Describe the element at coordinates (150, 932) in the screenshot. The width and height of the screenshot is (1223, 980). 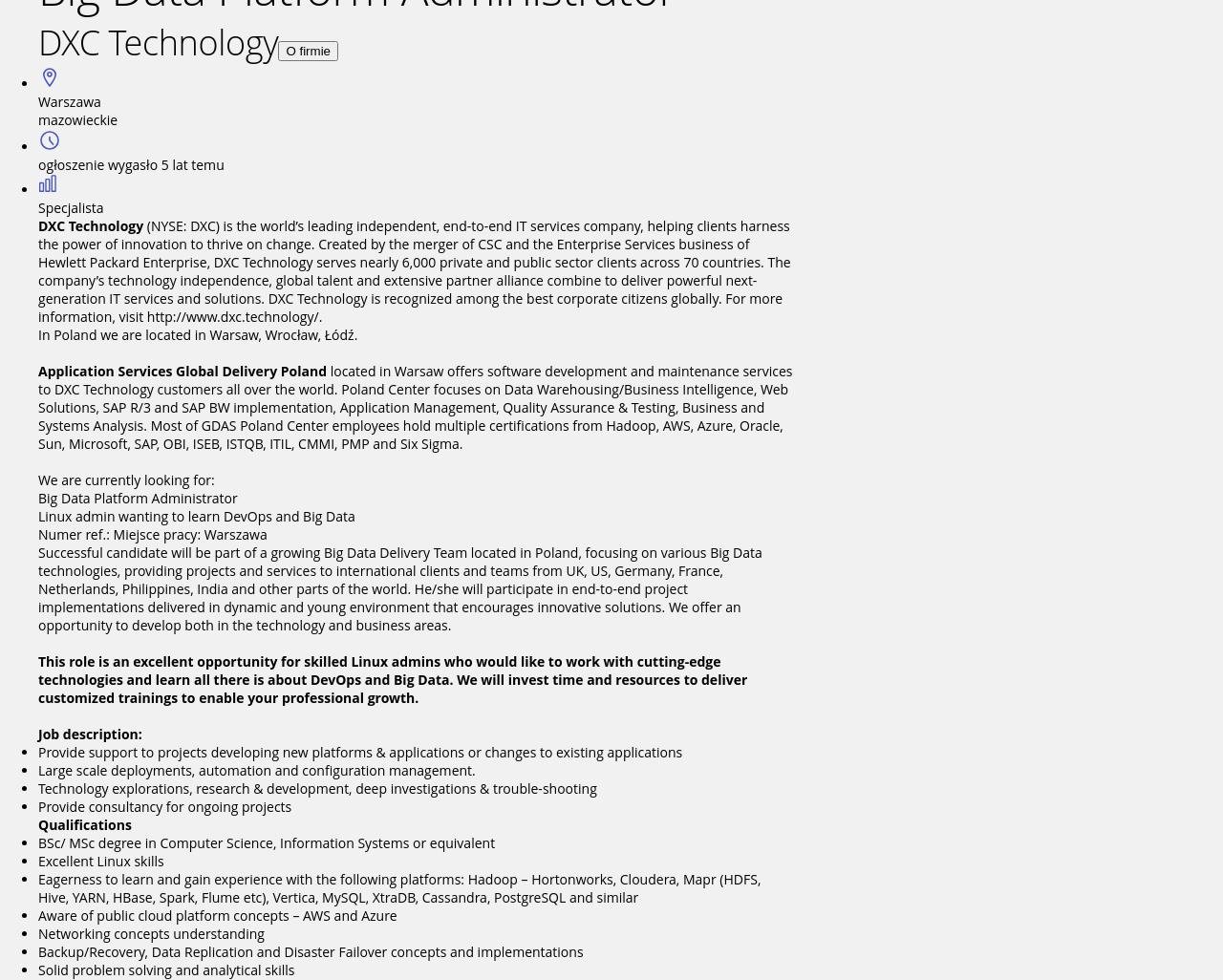
I see `'Networking concepts understanding'` at that location.